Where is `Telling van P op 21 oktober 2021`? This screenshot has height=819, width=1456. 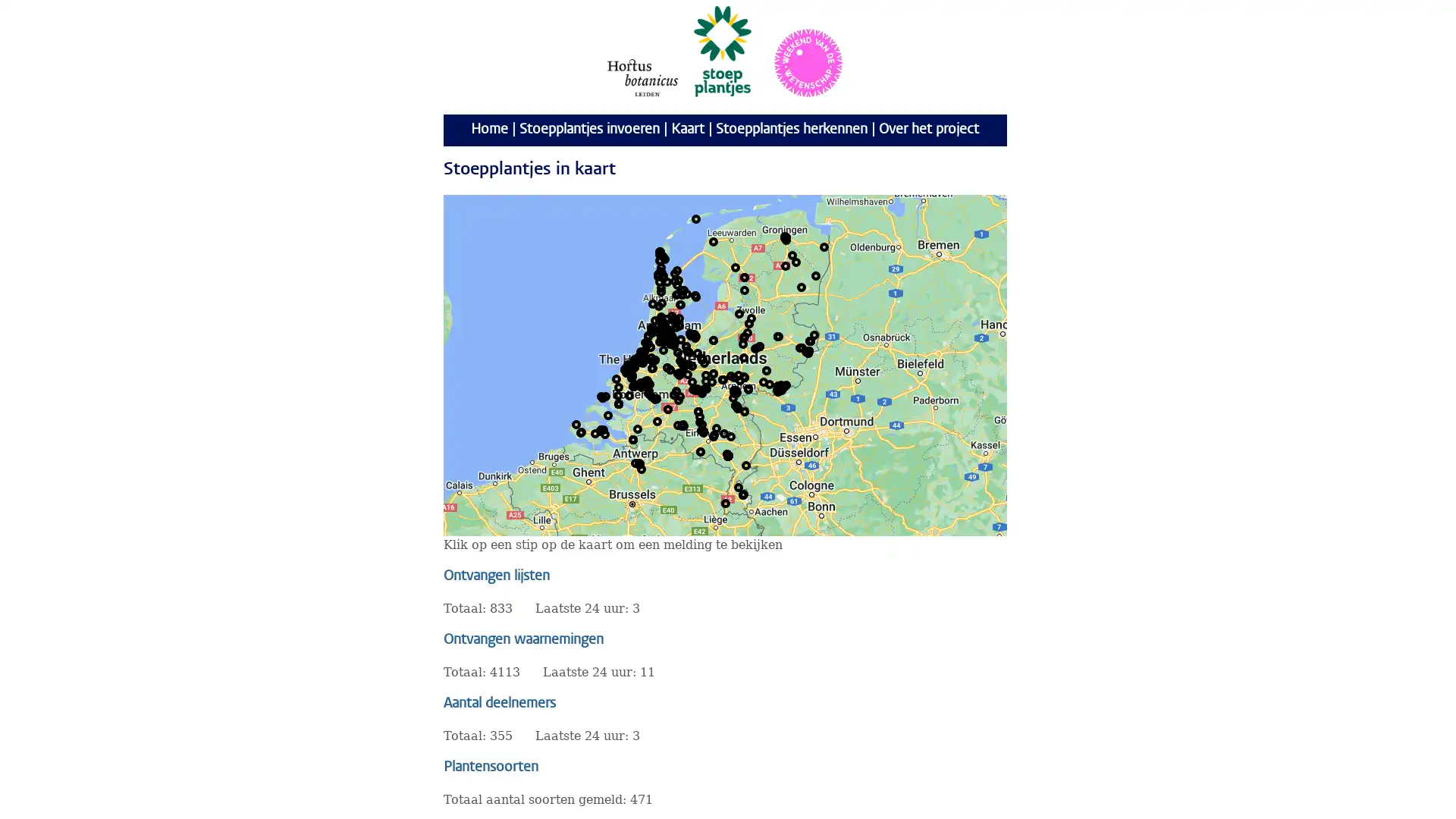
Telling van P op 21 oktober 2021 is located at coordinates (665, 334).